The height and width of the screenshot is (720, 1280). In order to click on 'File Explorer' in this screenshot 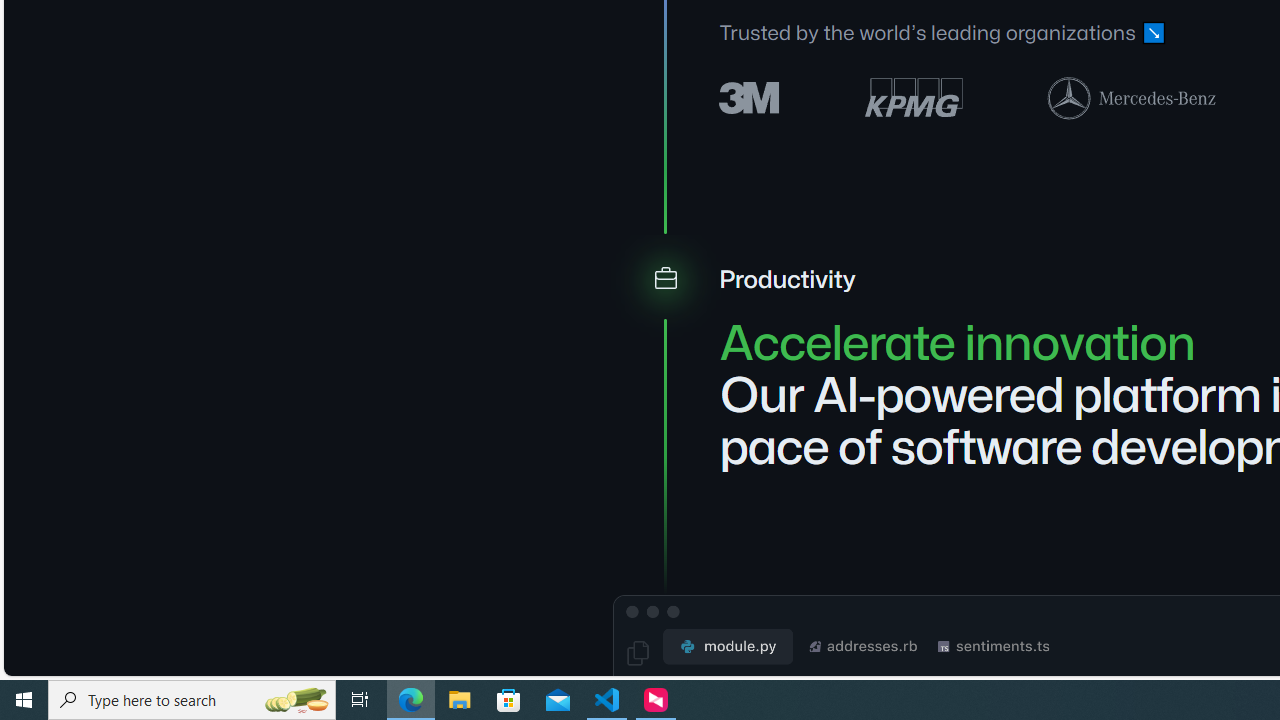, I will do `click(459, 698)`.